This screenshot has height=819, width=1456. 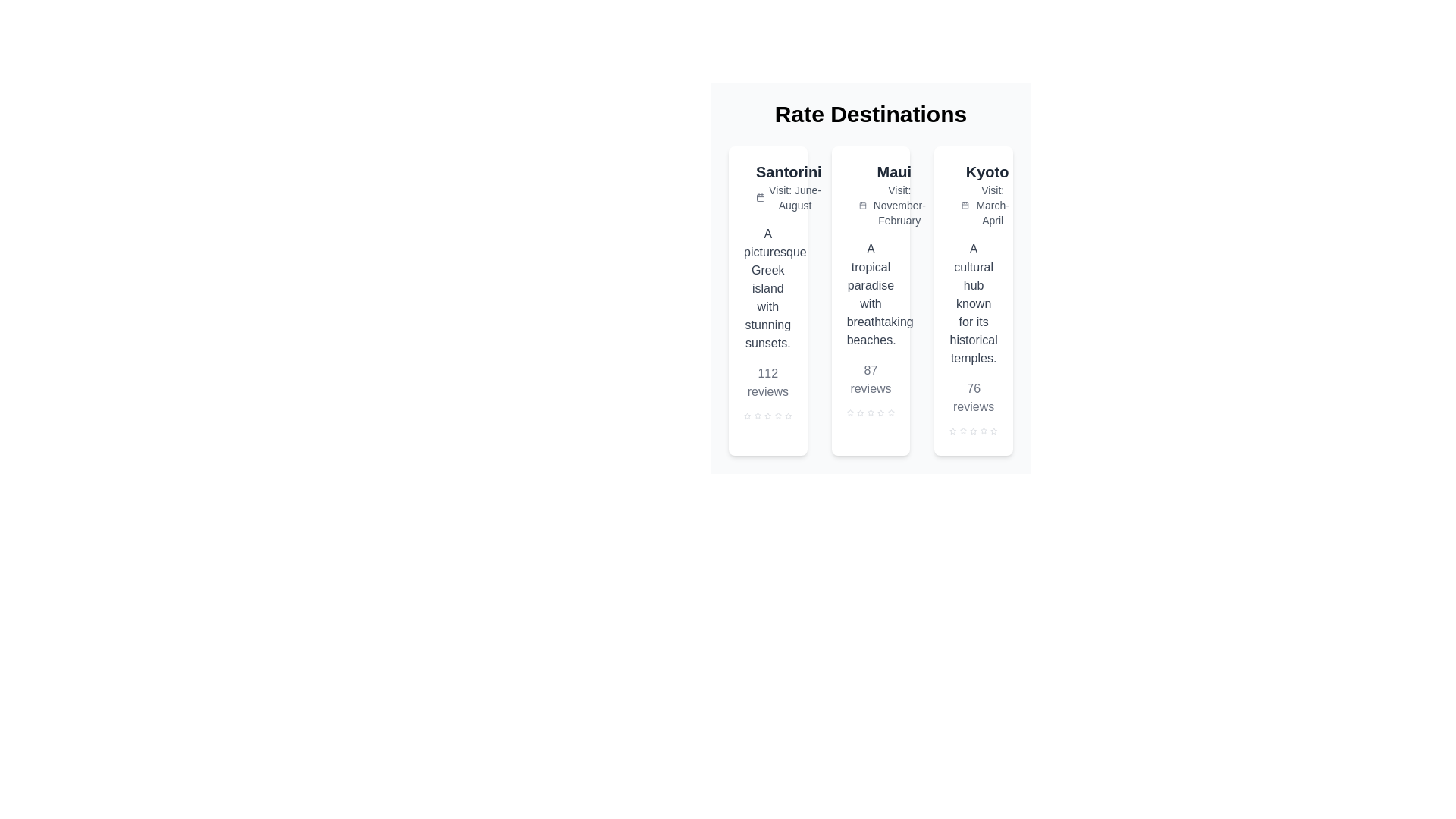 What do you see at coordinates (767, 382) in the screenshot?
I see `the non-interactive text element displaying '112 reviews' located within the 'Santorini' card, positioned above the star icons` at bounding box center [767, 382].